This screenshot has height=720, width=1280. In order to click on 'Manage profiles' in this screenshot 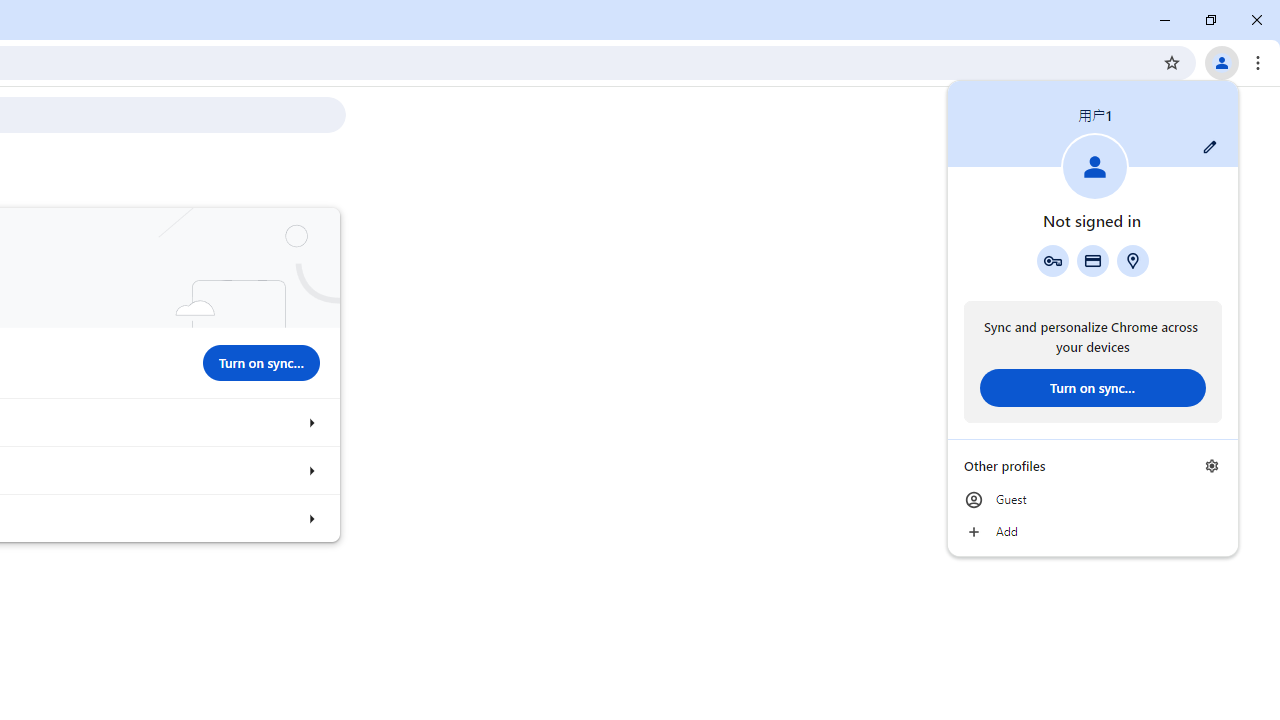, I will do `click(1211, 465)`.